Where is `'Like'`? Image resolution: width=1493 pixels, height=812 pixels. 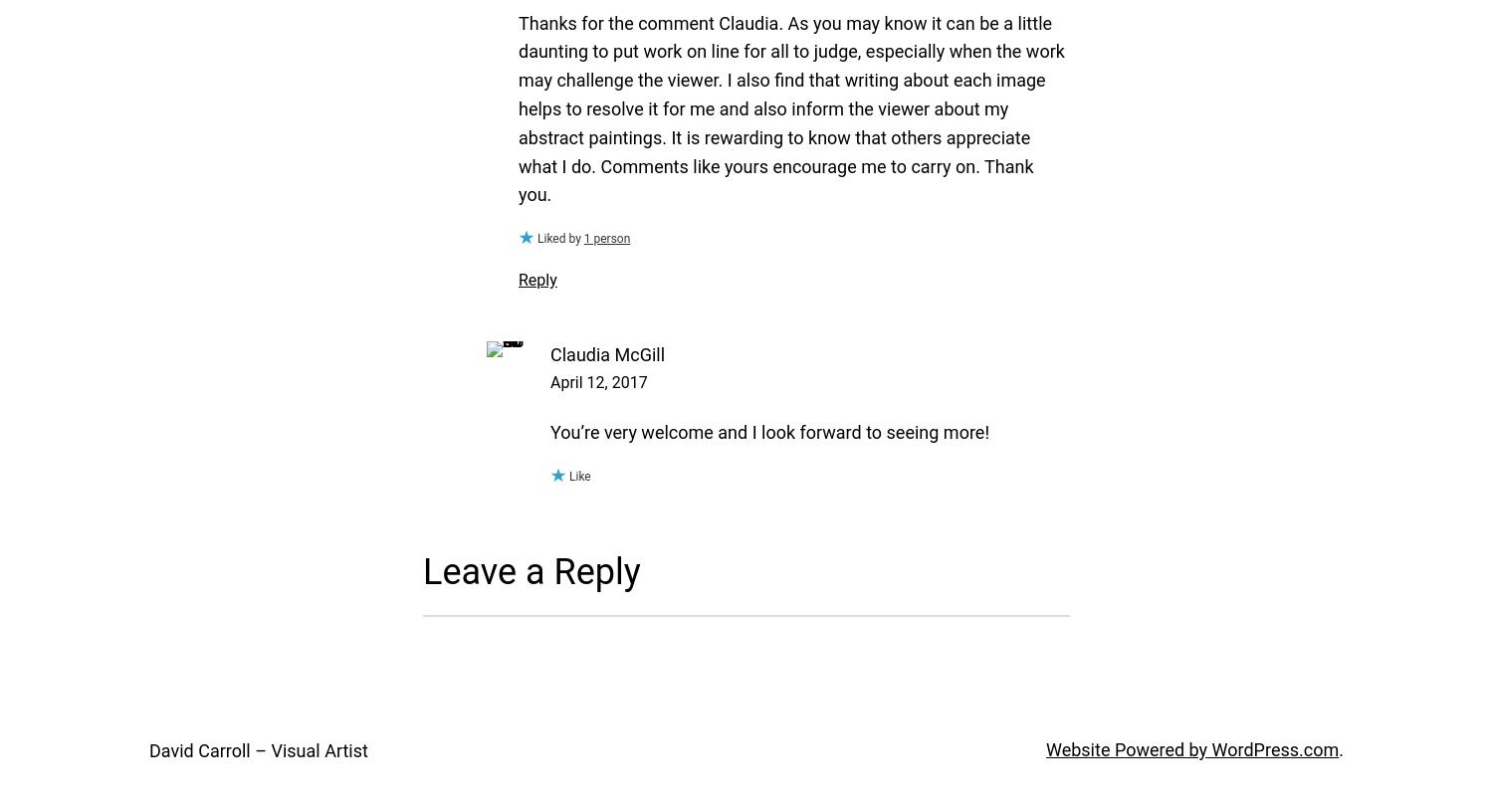
'Like' is located at coordinates (578, 475).